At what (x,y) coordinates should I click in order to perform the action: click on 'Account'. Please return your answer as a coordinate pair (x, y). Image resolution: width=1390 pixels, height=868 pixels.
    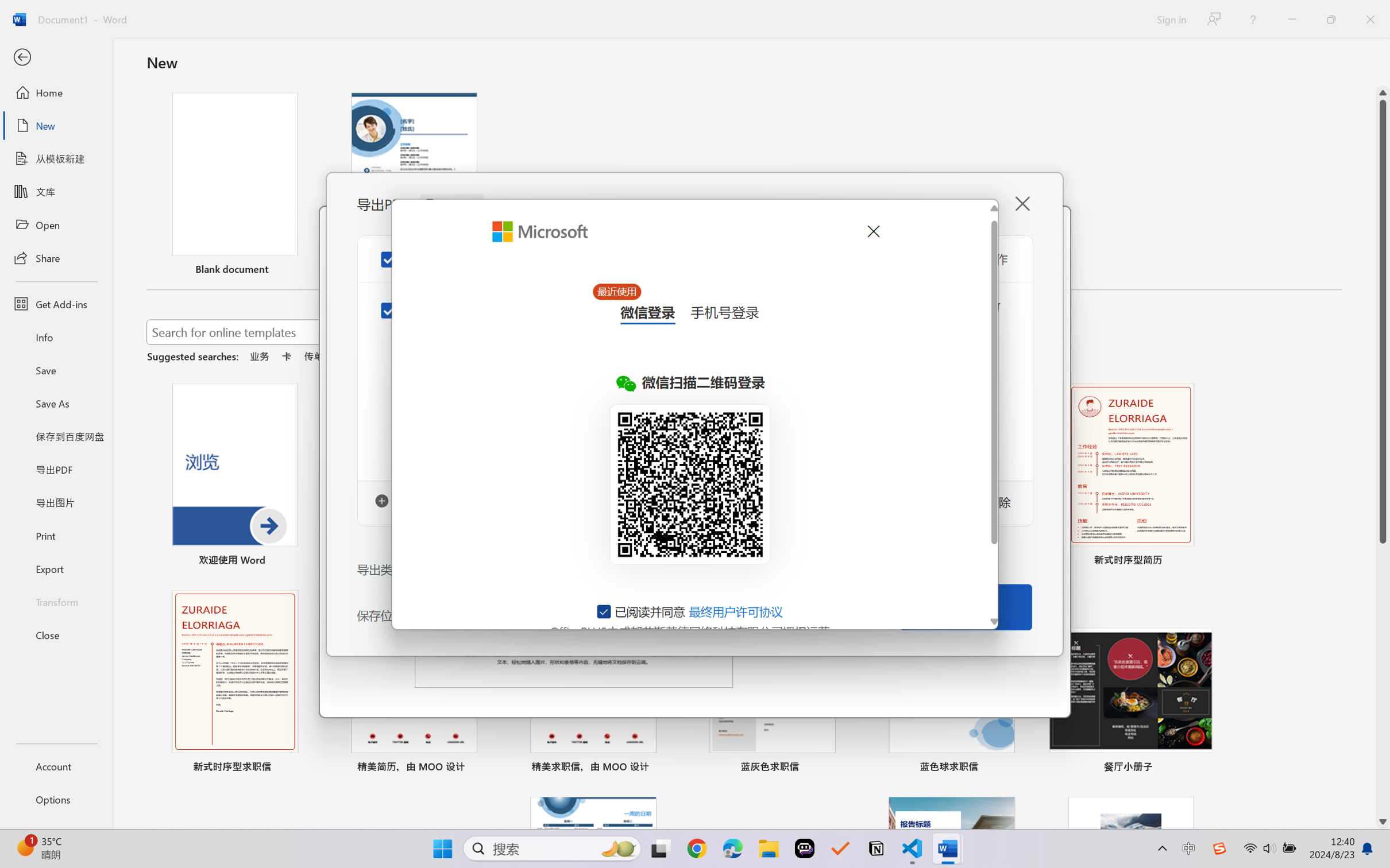
    Looking at the image, I should click on (56, 766).